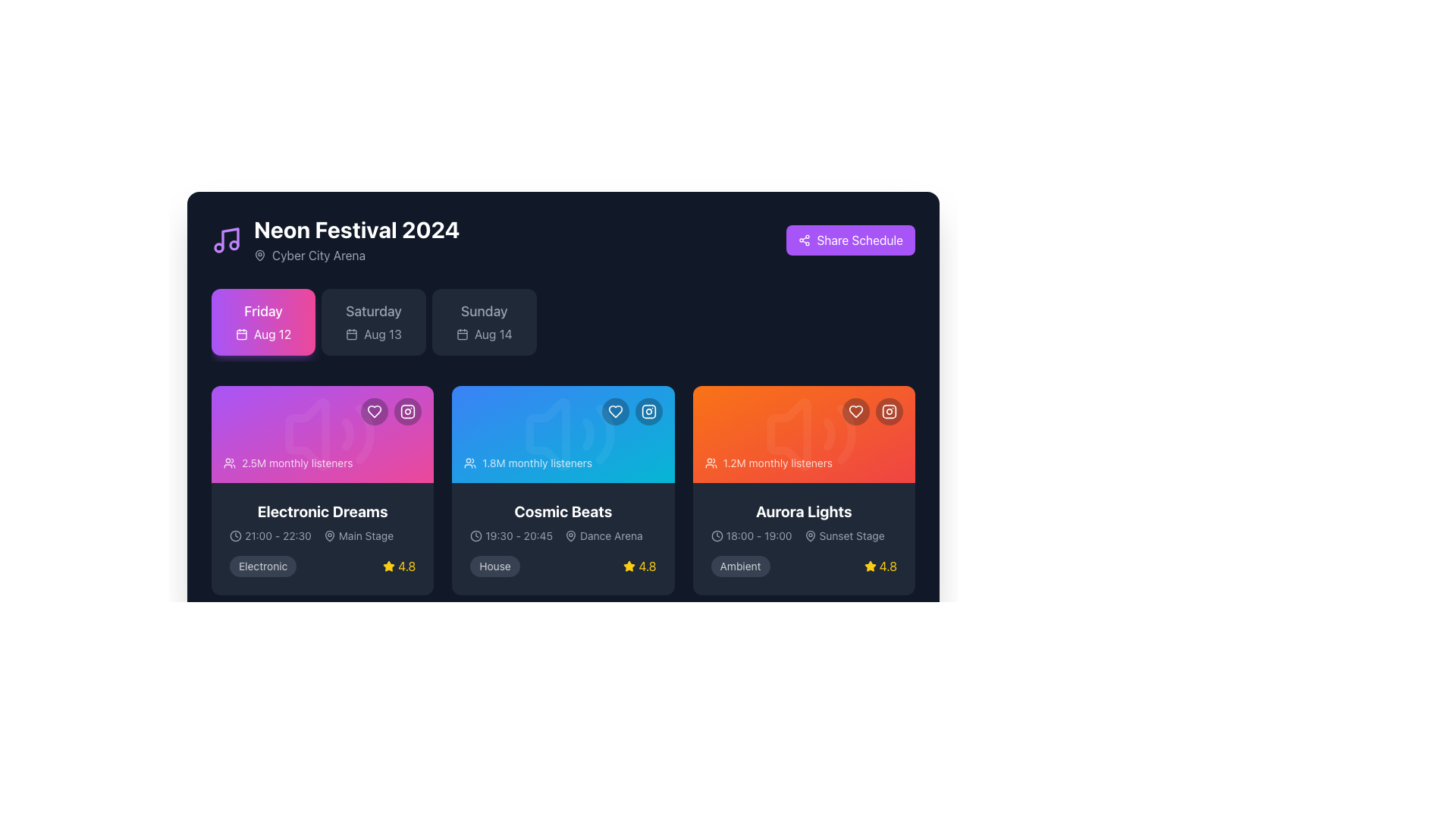  I want to click on the SVG Circle Element representing the clock icon in the 'Aurora Lights' card, located in the bottom row of the application, so click(716, 535).